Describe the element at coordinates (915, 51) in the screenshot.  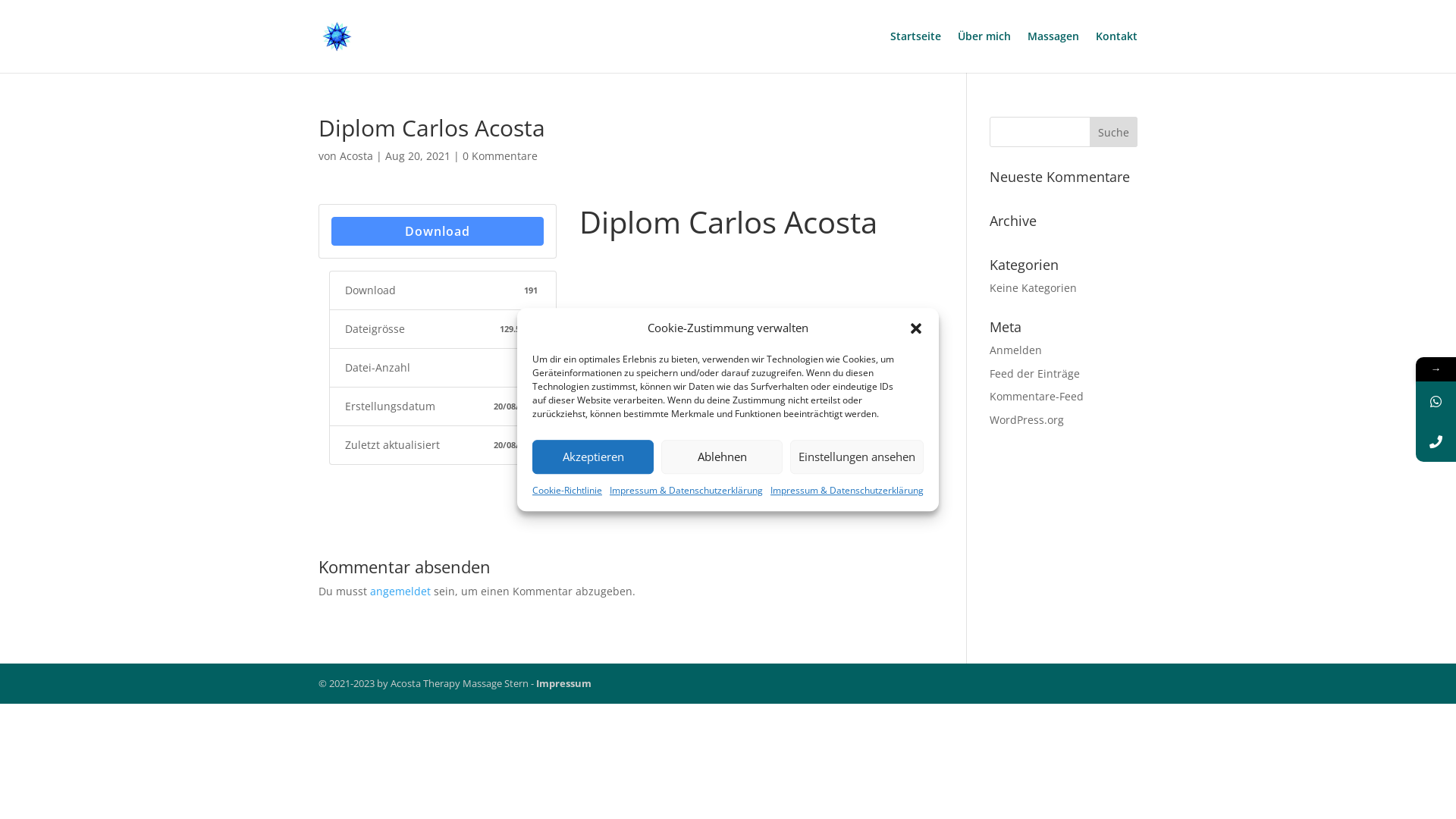
I see `'Startseite'` at that location.